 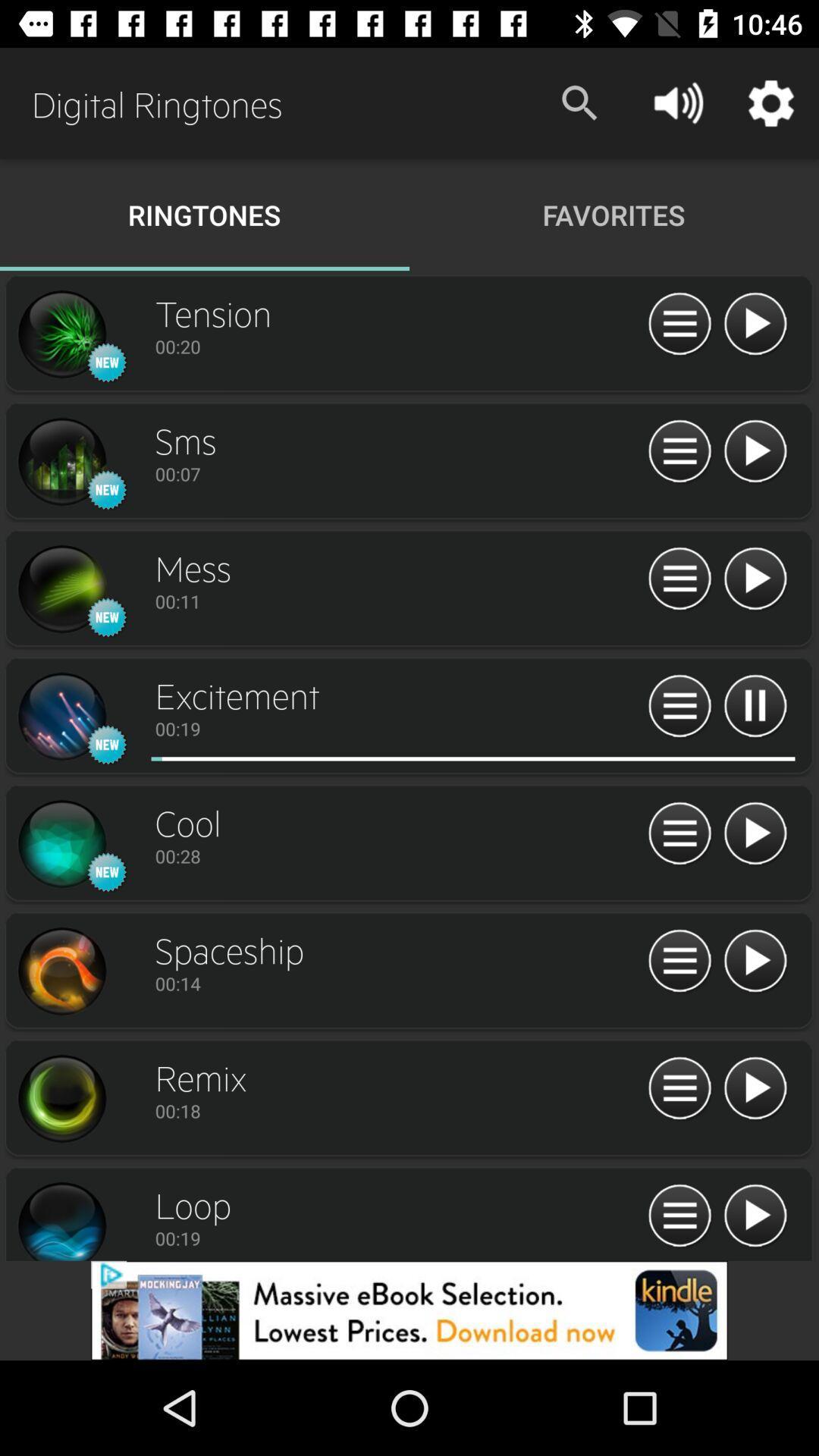 I want to click on menu icon, so click(x=679, y=579).